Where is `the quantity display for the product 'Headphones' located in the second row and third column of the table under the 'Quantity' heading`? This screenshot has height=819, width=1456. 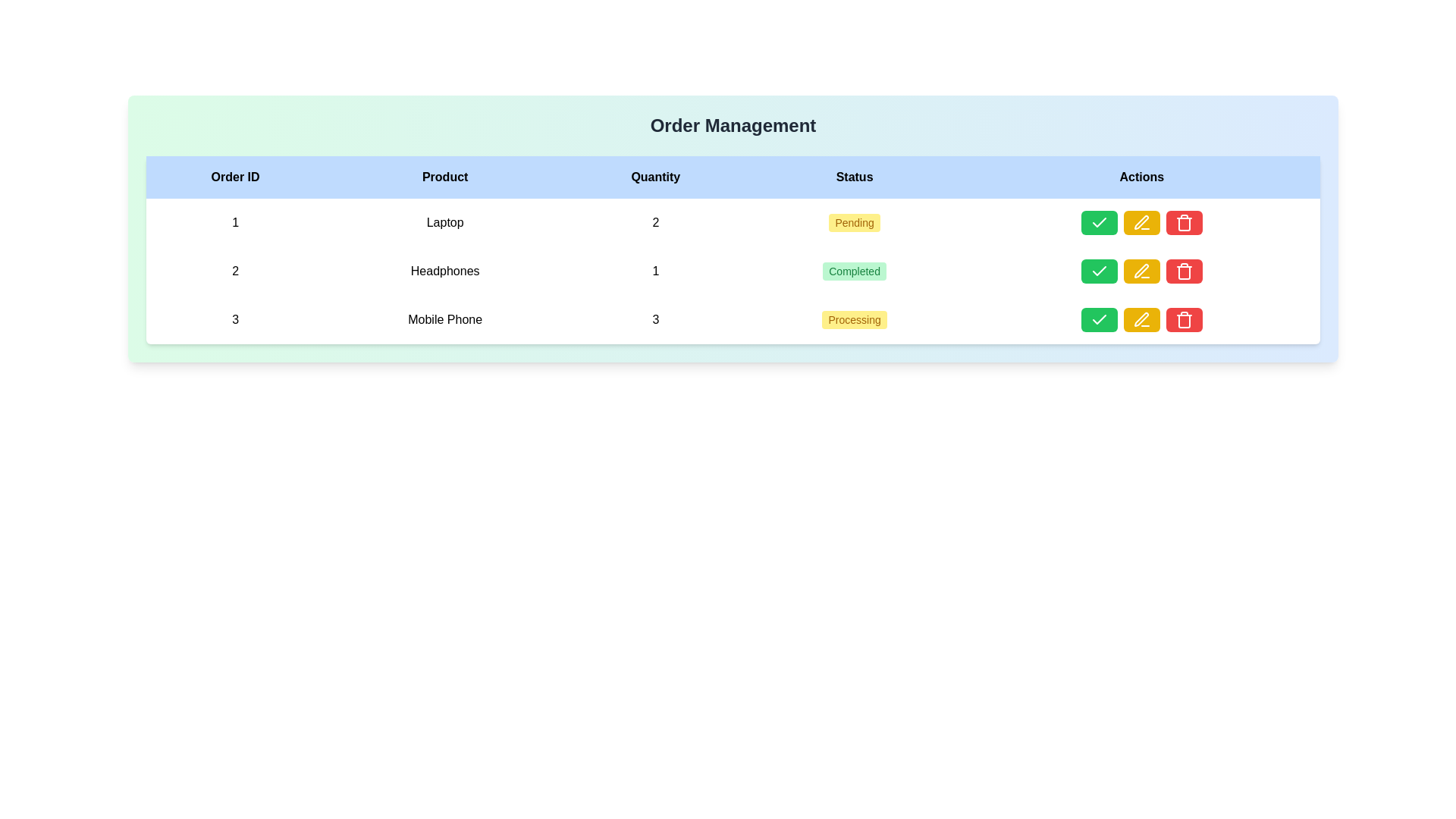
the quantity display for the product 'Headphones' located in the second row and third column of the table under the 'Quantity' heading is located at coordinates (655, 271).